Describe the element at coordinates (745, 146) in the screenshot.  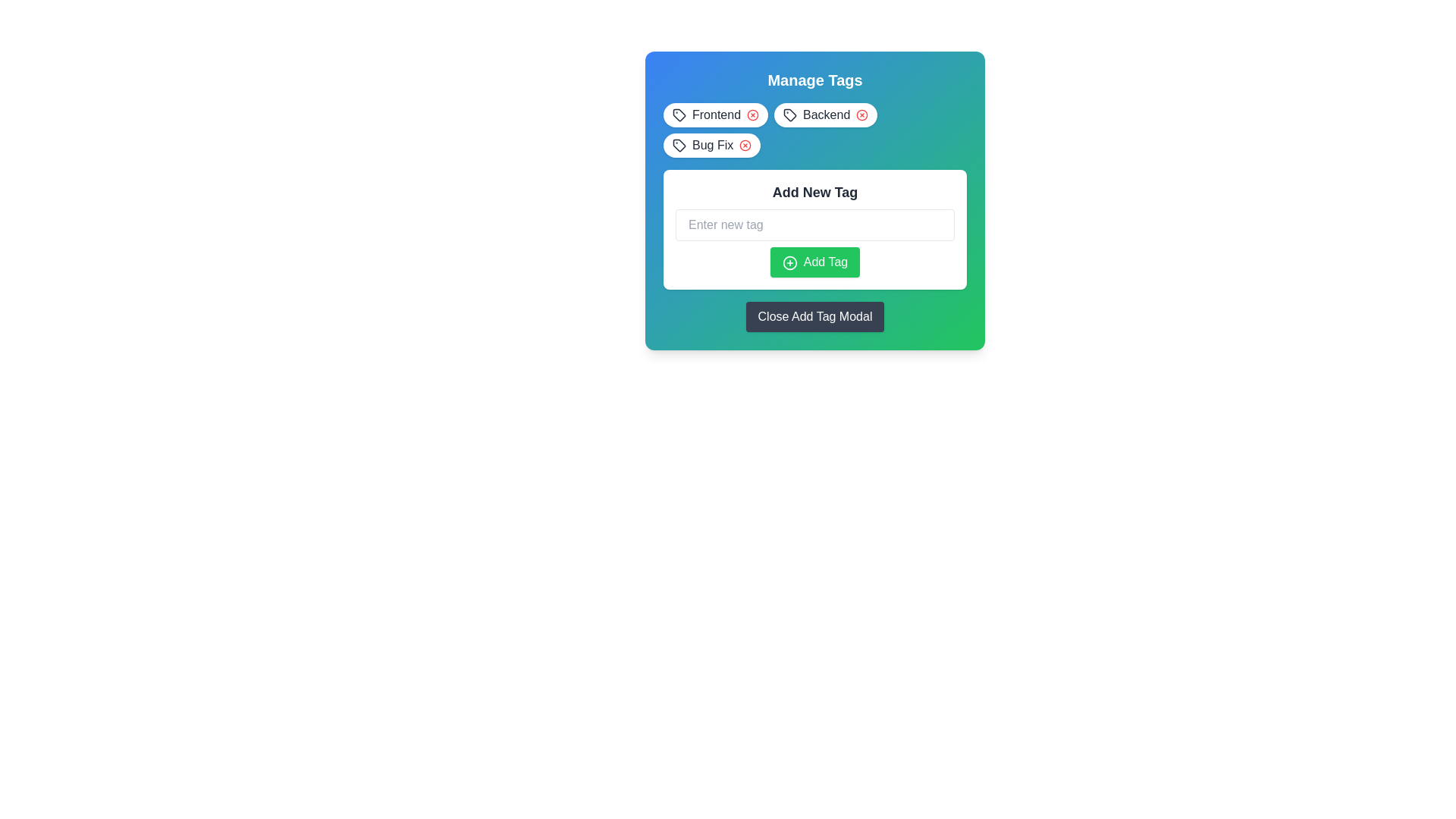
I see `the circular graphical icon component associated with the 'Bug Fix' label in the 'Manage Tags' modal interface by moving the cursor to its center` at that location.